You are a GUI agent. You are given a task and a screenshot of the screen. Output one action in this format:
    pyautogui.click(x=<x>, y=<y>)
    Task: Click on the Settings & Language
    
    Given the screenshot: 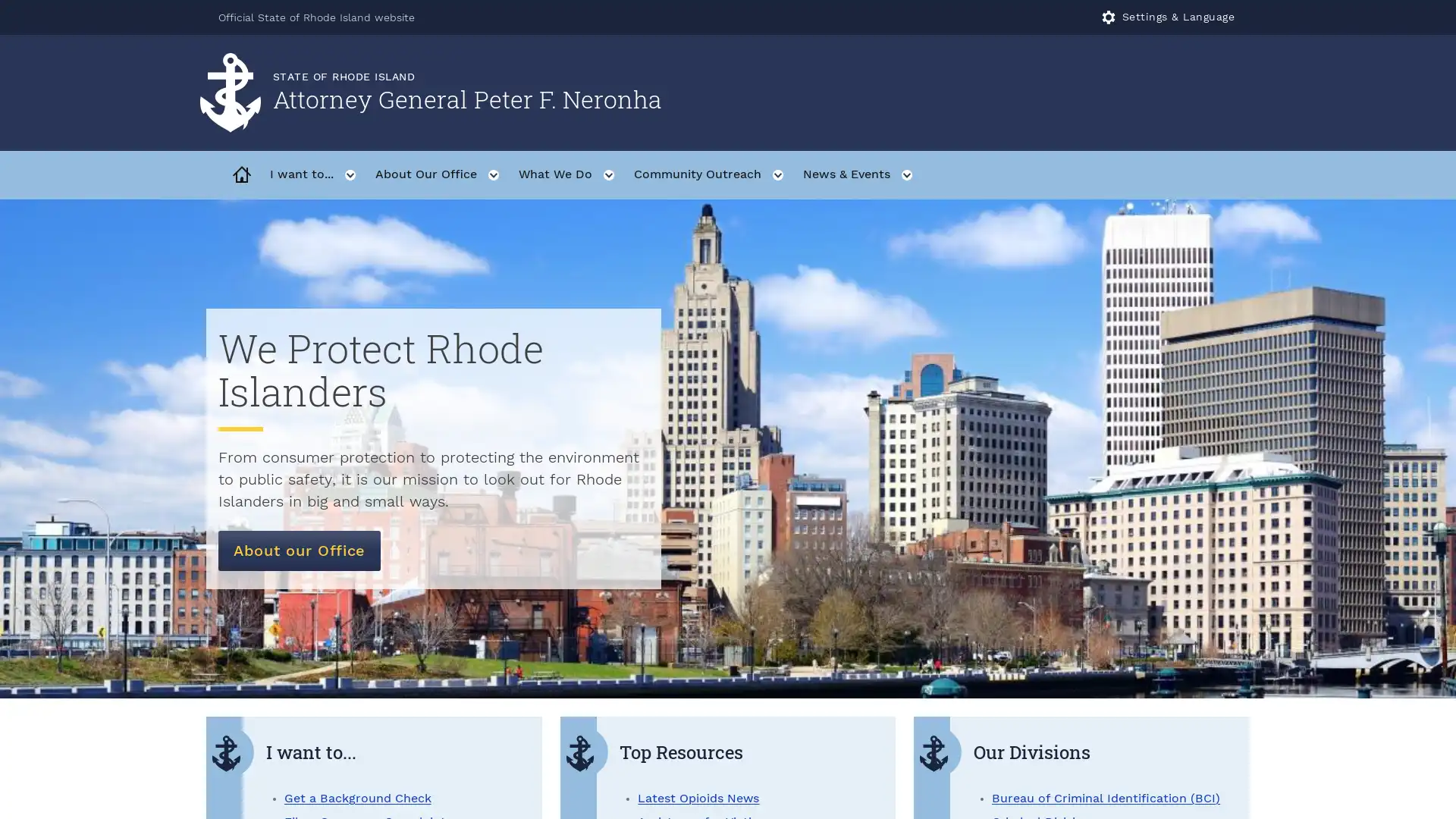 What is the action you would take?
    pyautogui.click(x=1168, y=17)
    